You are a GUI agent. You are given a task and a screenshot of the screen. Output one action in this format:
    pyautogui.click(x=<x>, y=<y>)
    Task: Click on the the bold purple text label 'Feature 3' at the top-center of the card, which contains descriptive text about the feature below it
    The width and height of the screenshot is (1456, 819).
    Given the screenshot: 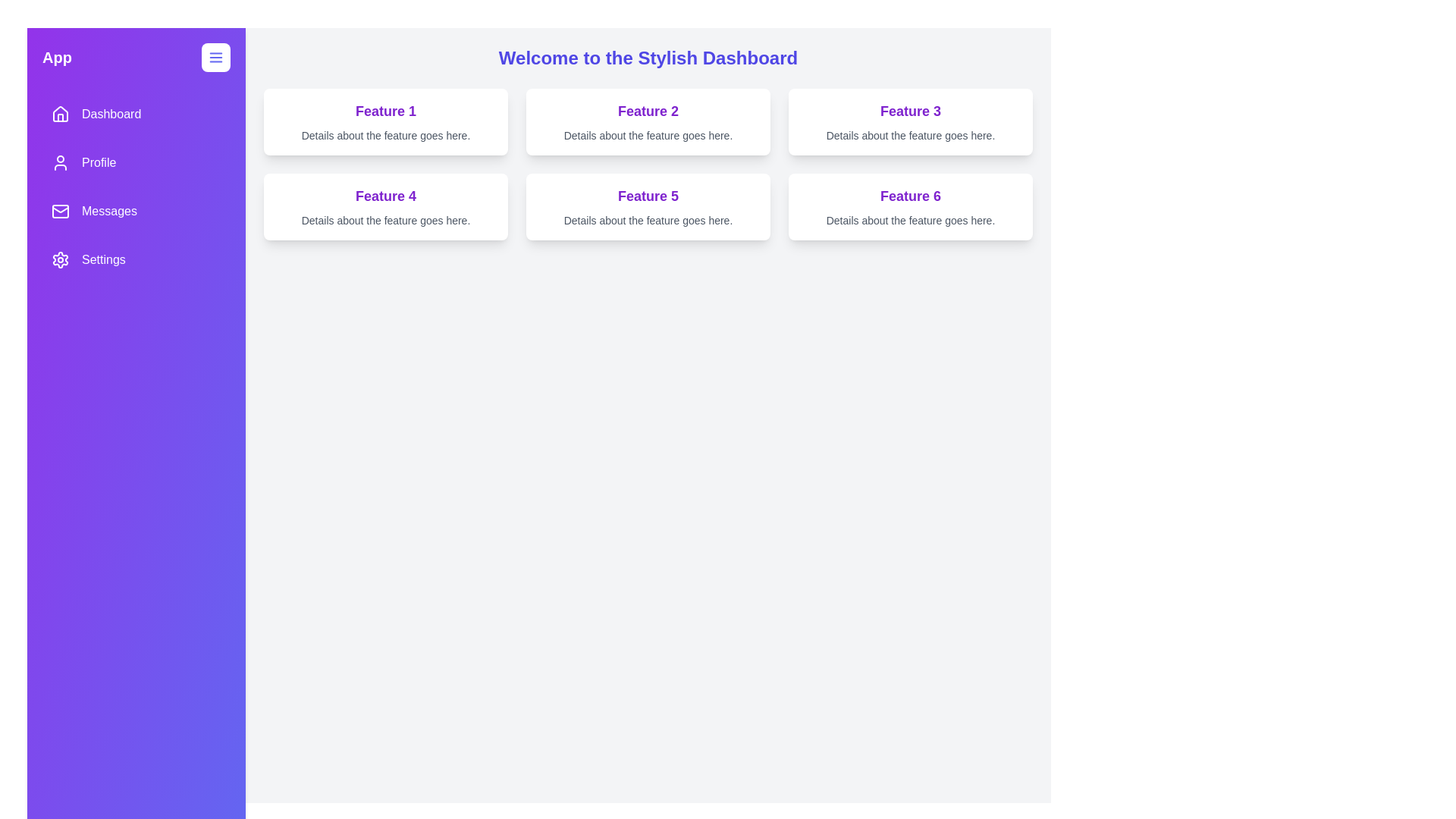 What is the action you would take?
    pyautogui.click(x=910, y=110)
    